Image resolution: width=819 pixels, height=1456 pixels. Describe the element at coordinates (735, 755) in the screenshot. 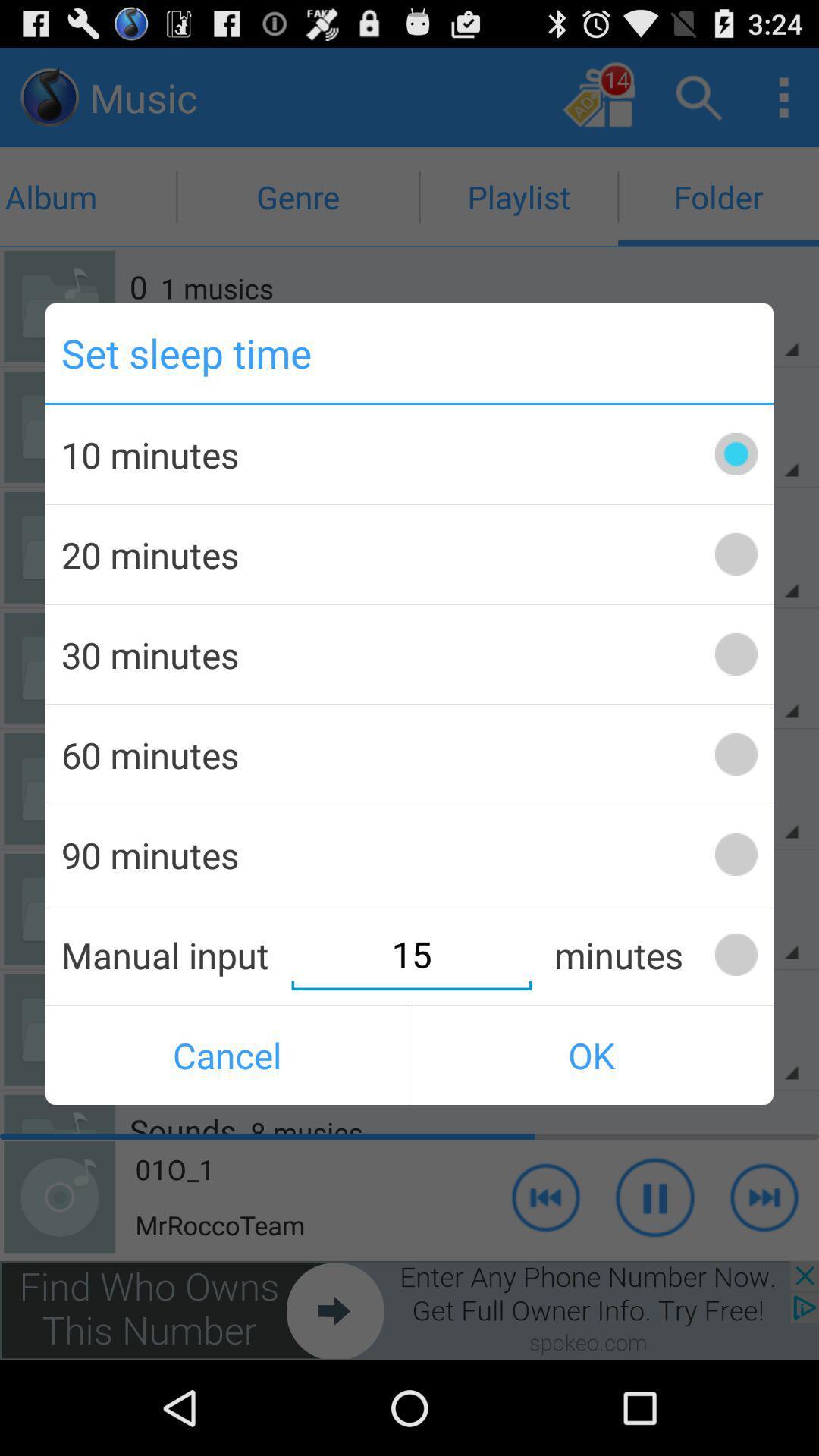

I see `60 minutes` at that location.